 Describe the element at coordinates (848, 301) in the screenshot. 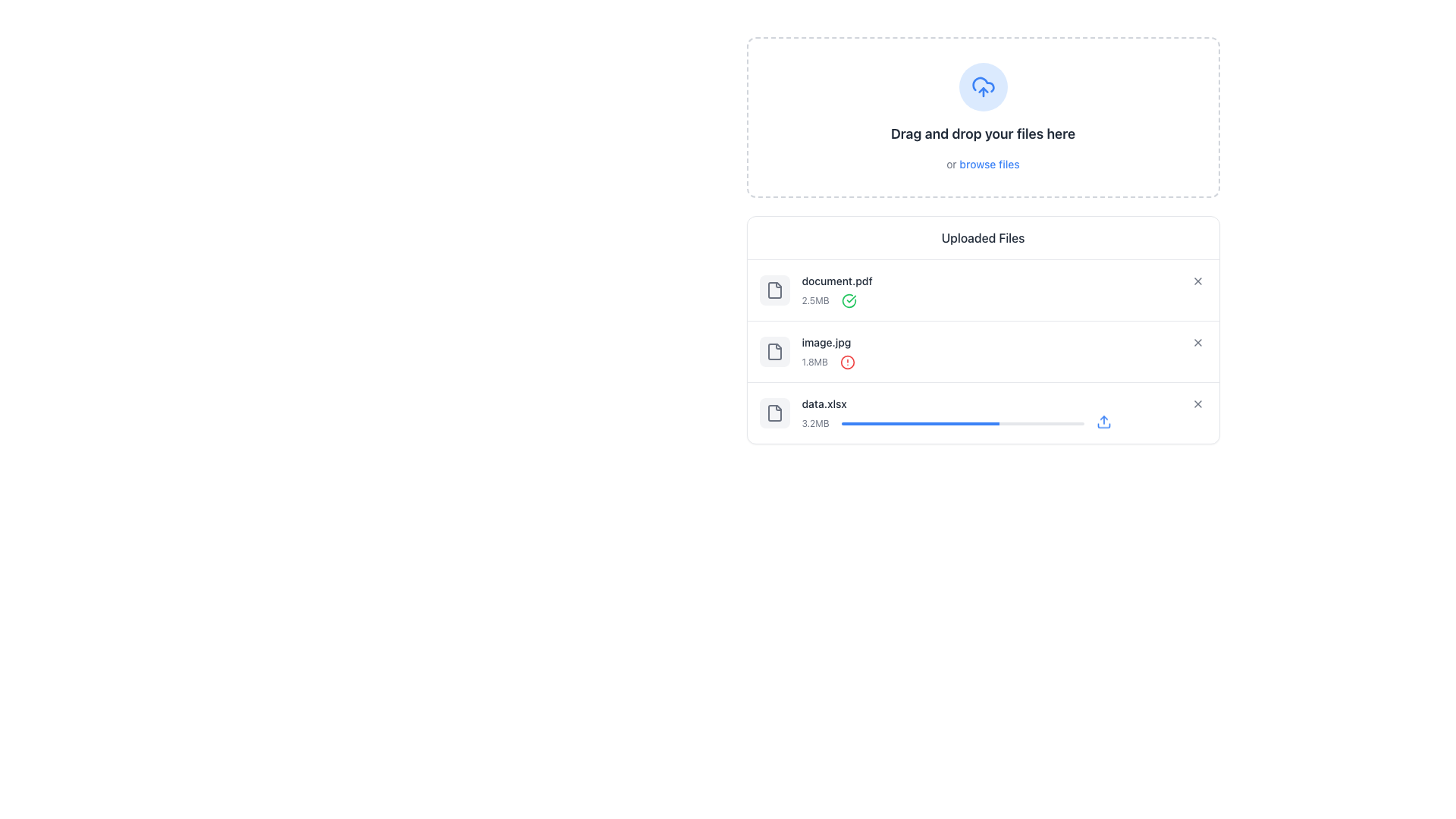

I see `the confirmation icon indicating the successful upload of 'document.pdf', located to the right of the '2.5MB' label in the uploaded files list` at that location.